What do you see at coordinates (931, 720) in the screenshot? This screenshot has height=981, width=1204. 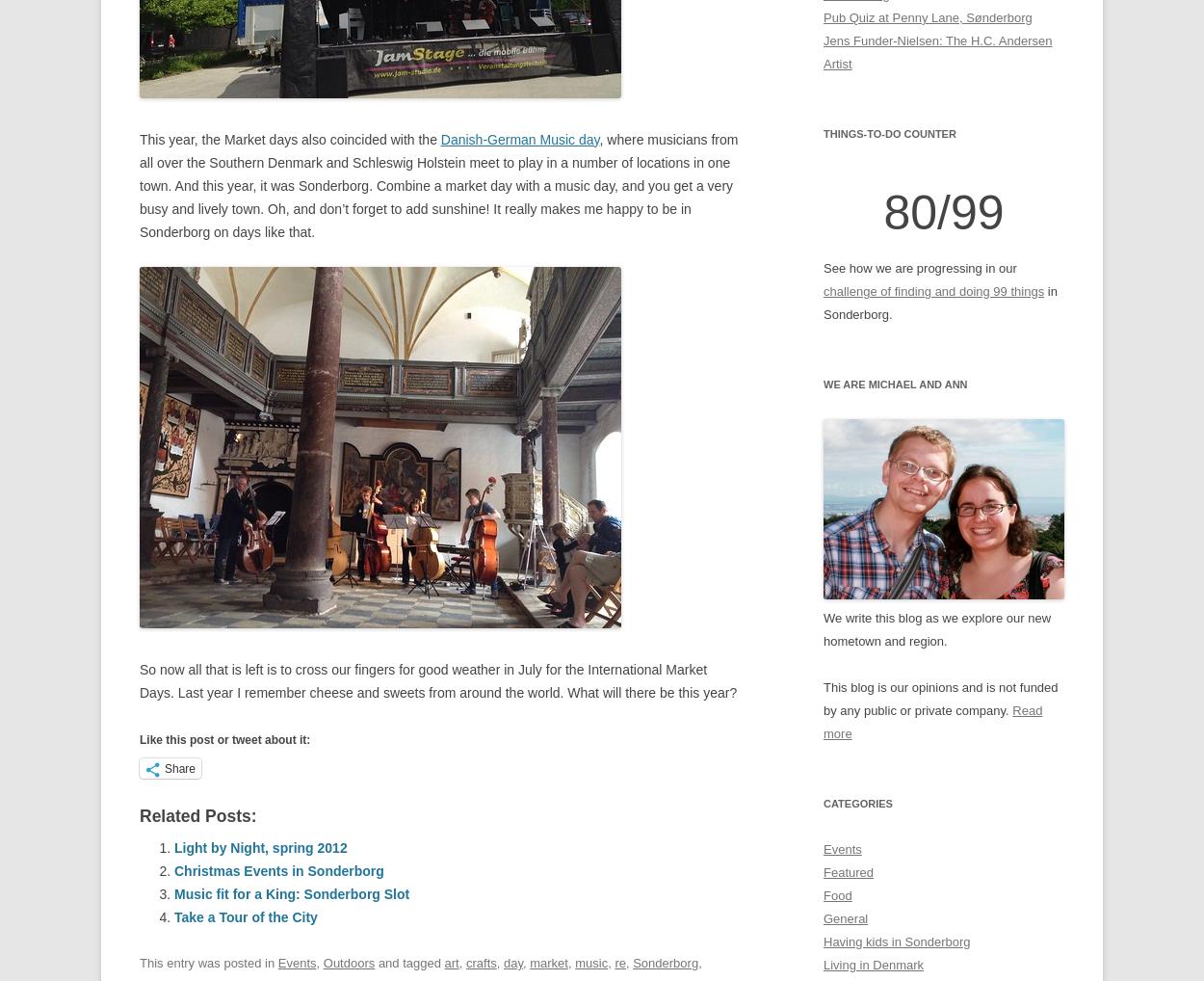 I see `'Read more'` at bounding box center [931, 720].